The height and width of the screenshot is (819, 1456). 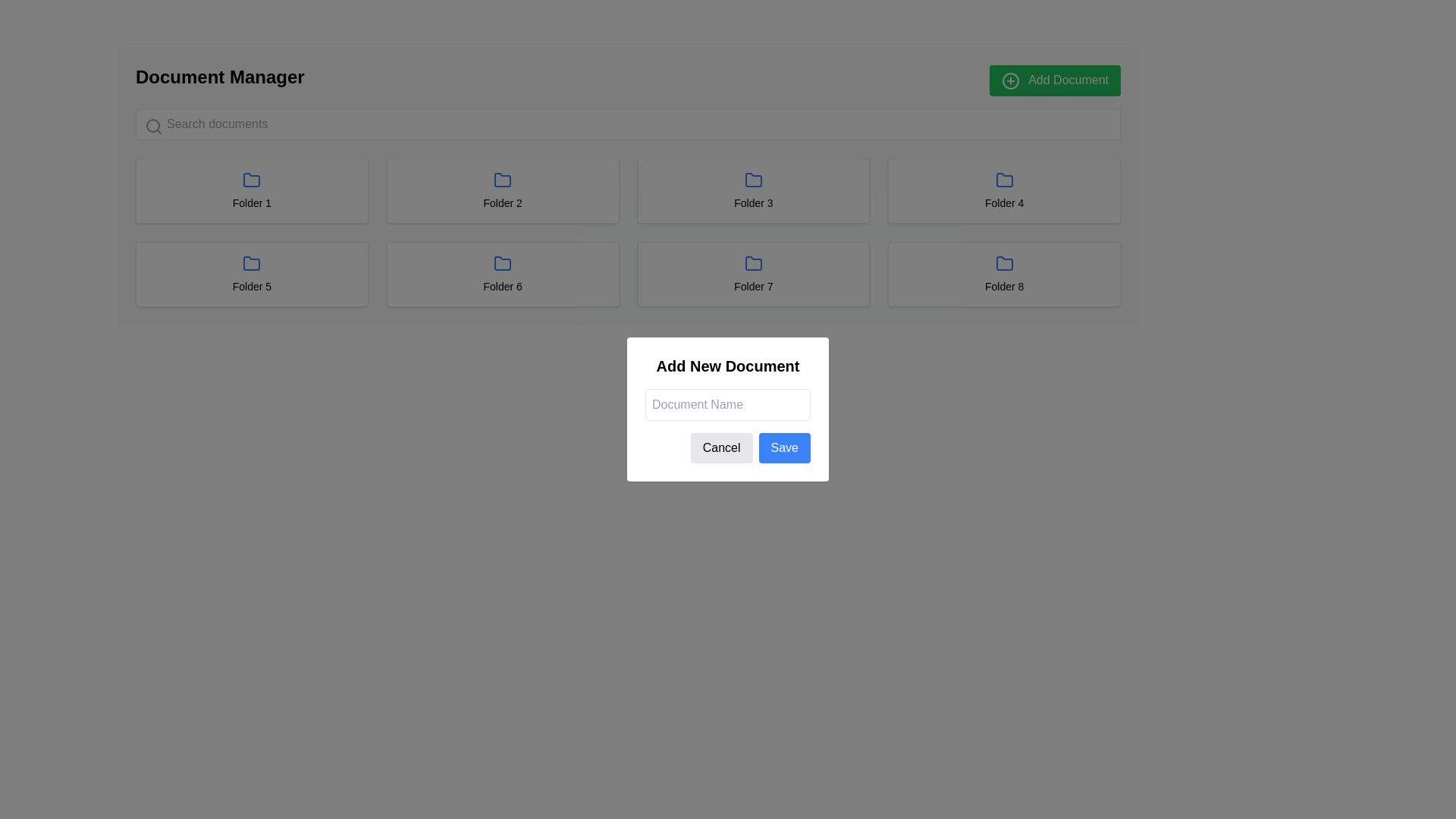 What do you see at coordinates (1004, 262) in the screenshot?
I see `the folder icon labeled 'Folder 8'` at bounding box center [1004, 262].